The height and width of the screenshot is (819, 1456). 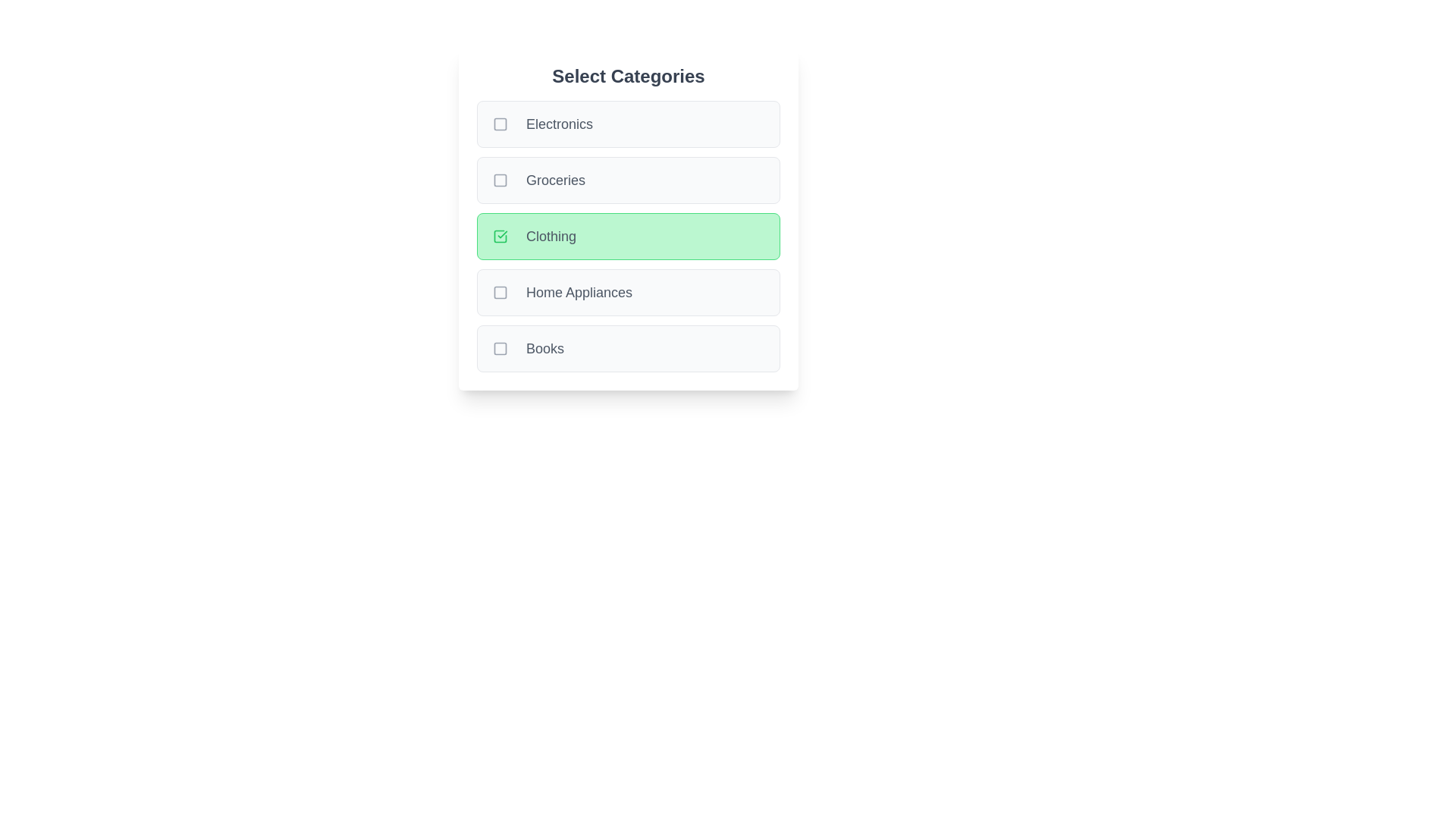 I want to click on the category Electronics, so click(x=629, y=124).